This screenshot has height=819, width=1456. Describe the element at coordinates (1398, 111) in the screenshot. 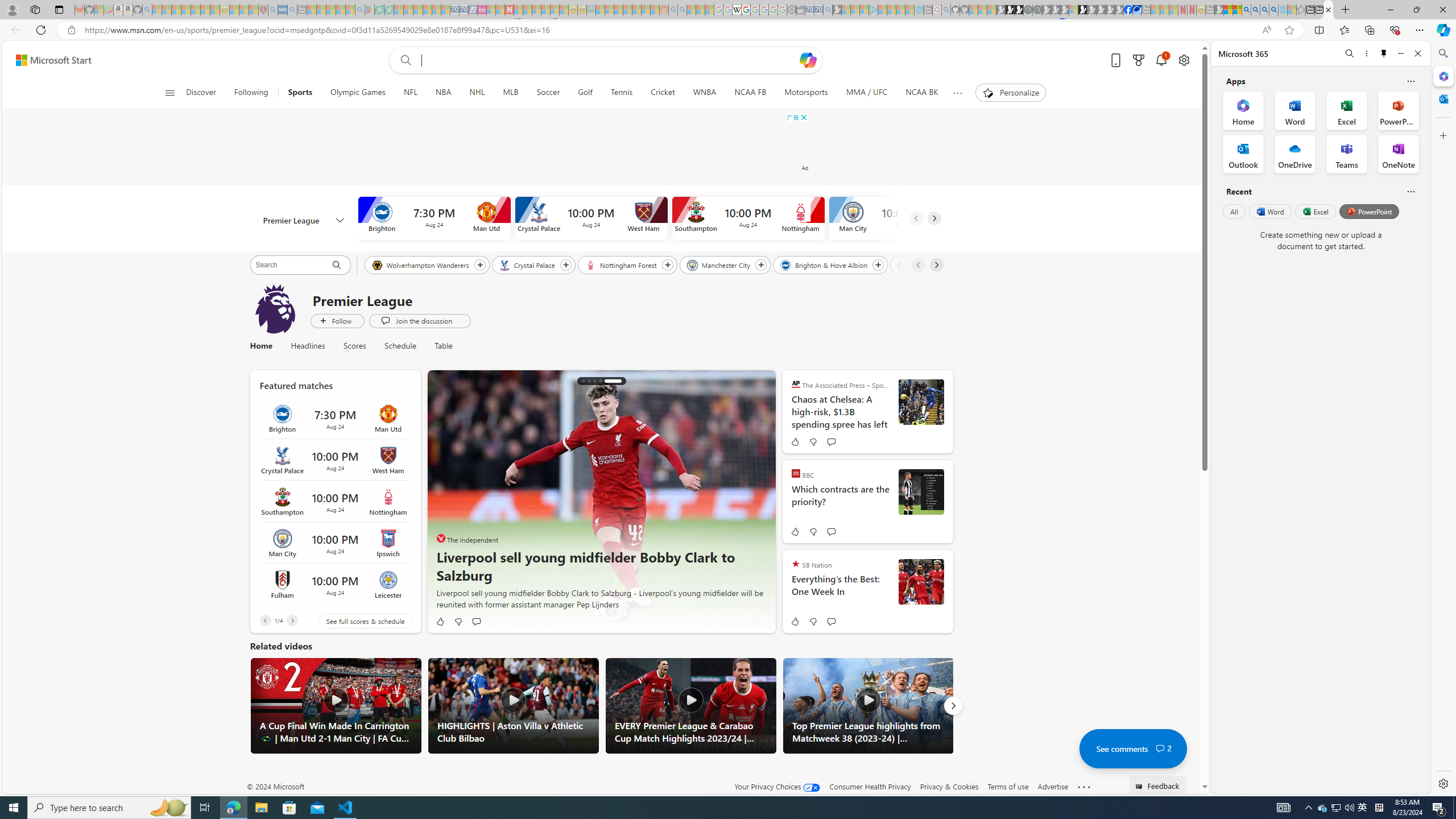

I see `'PowerPoint Office App'` at that location.